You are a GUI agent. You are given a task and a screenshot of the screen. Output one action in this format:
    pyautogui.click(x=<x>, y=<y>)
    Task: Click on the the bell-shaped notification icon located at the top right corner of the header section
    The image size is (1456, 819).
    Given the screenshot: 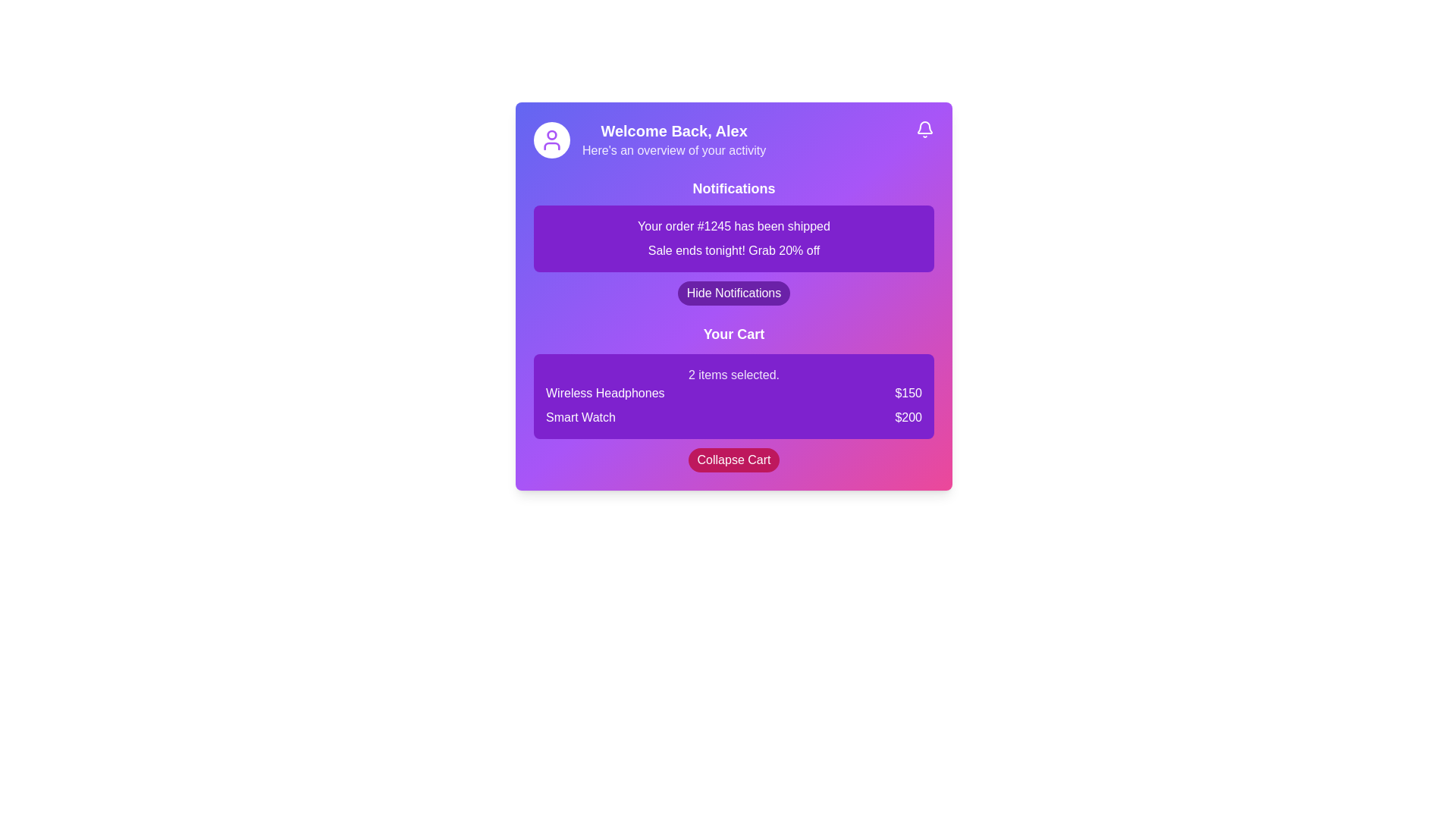 What is the action you would take?
    pyautogui.click(x=924, y=128)
    